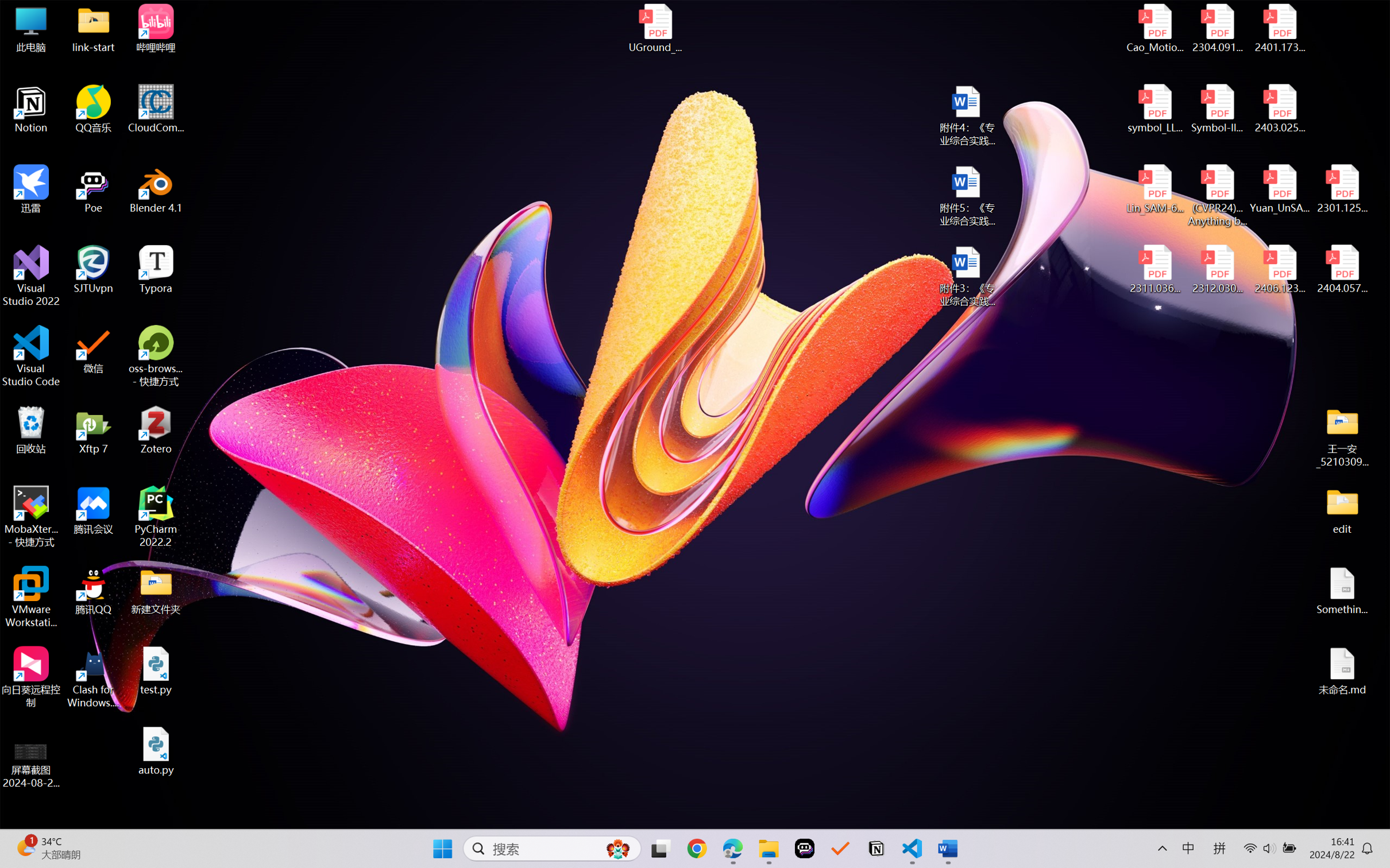 The height and width of the screenshot is (868, 1390). What do you see at coordinates (1155, 109) in the screenshot?
I see `'symbol_LLM.pdf'` at bounding box center [1155, 109].